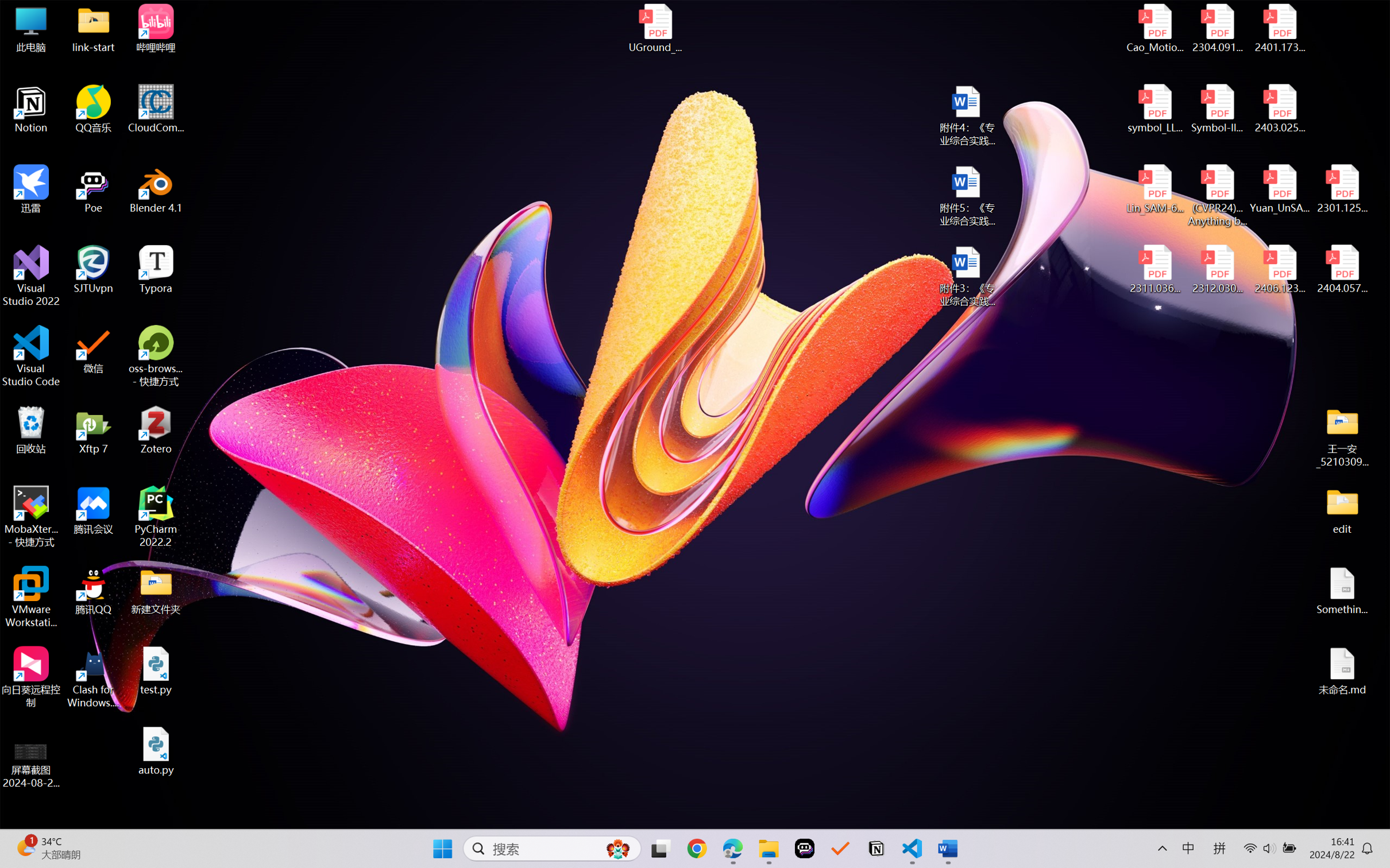 The height and width of the screenshot is (868, 1390). What do you see at coordinates (1155, 109) in the screenshot?
I see `'symbol_LLM.pdf'` at bounding box center [1155, 109].